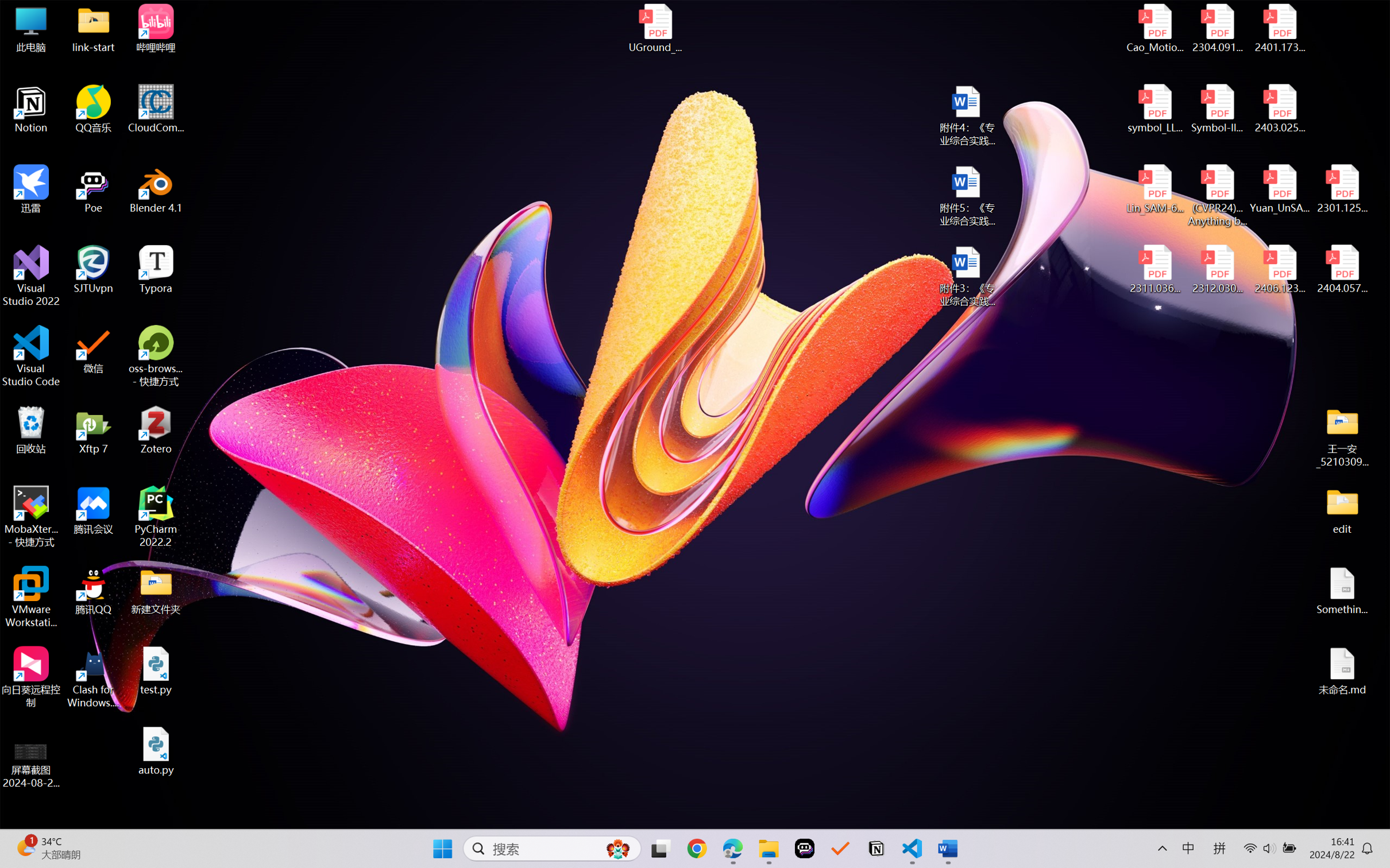 The height and width of the screenshot is (868, 1390). What do you see at coordinates (1155, 109) in the screenshot?
I see `'symbol_LLM.pdf'` at bounding box center [1155, 109].